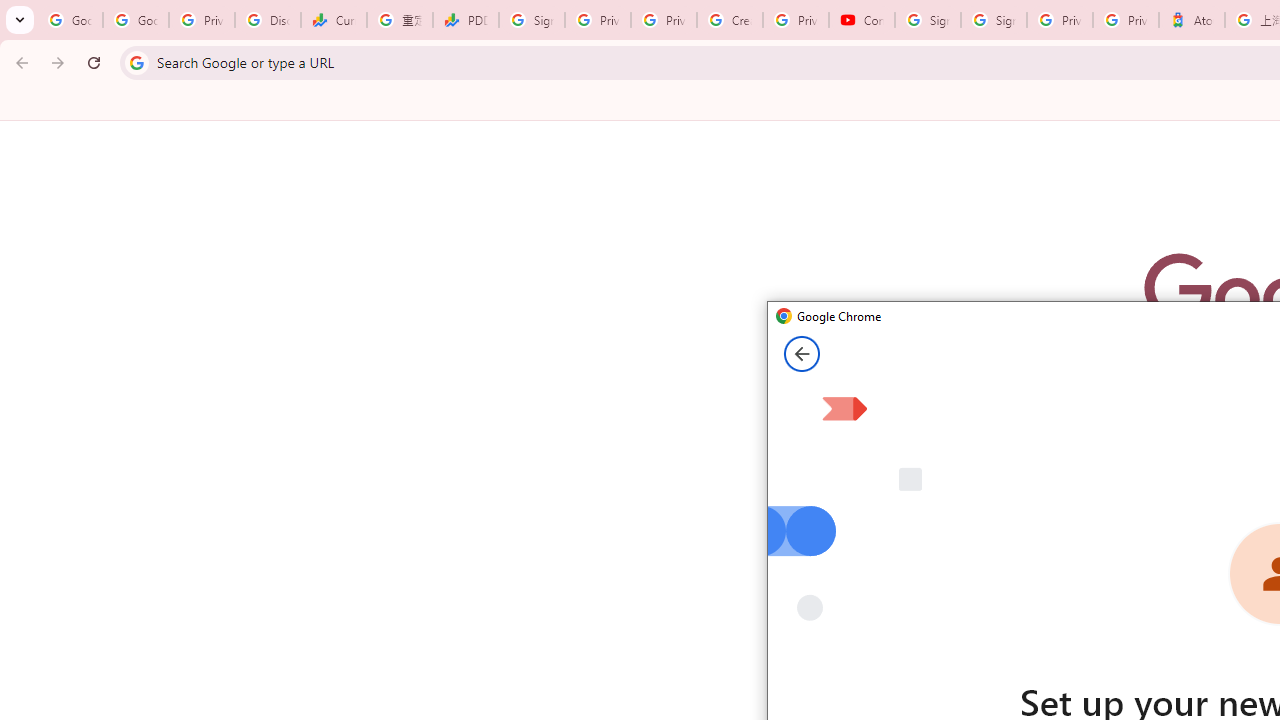  What do you see at coordinates (729, 20) in the screenshot?
I see `'Create your Google Account'` at bounding box center [729, 20].